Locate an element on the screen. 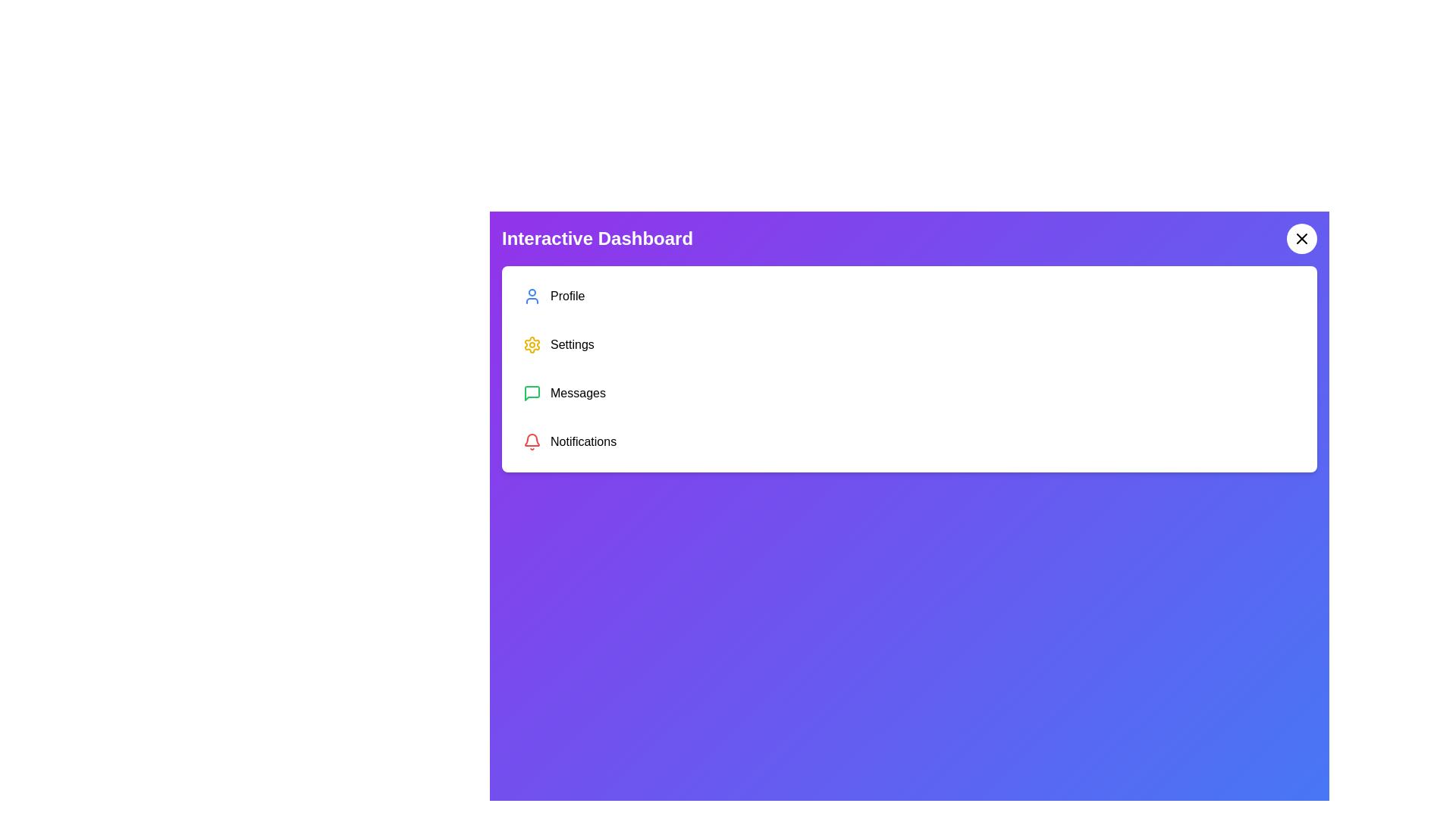 The height and width of the screenshot is (819, 1456). the close Icon Button located at the top-right corner of the main interface is located at coordinates (1301, 239).